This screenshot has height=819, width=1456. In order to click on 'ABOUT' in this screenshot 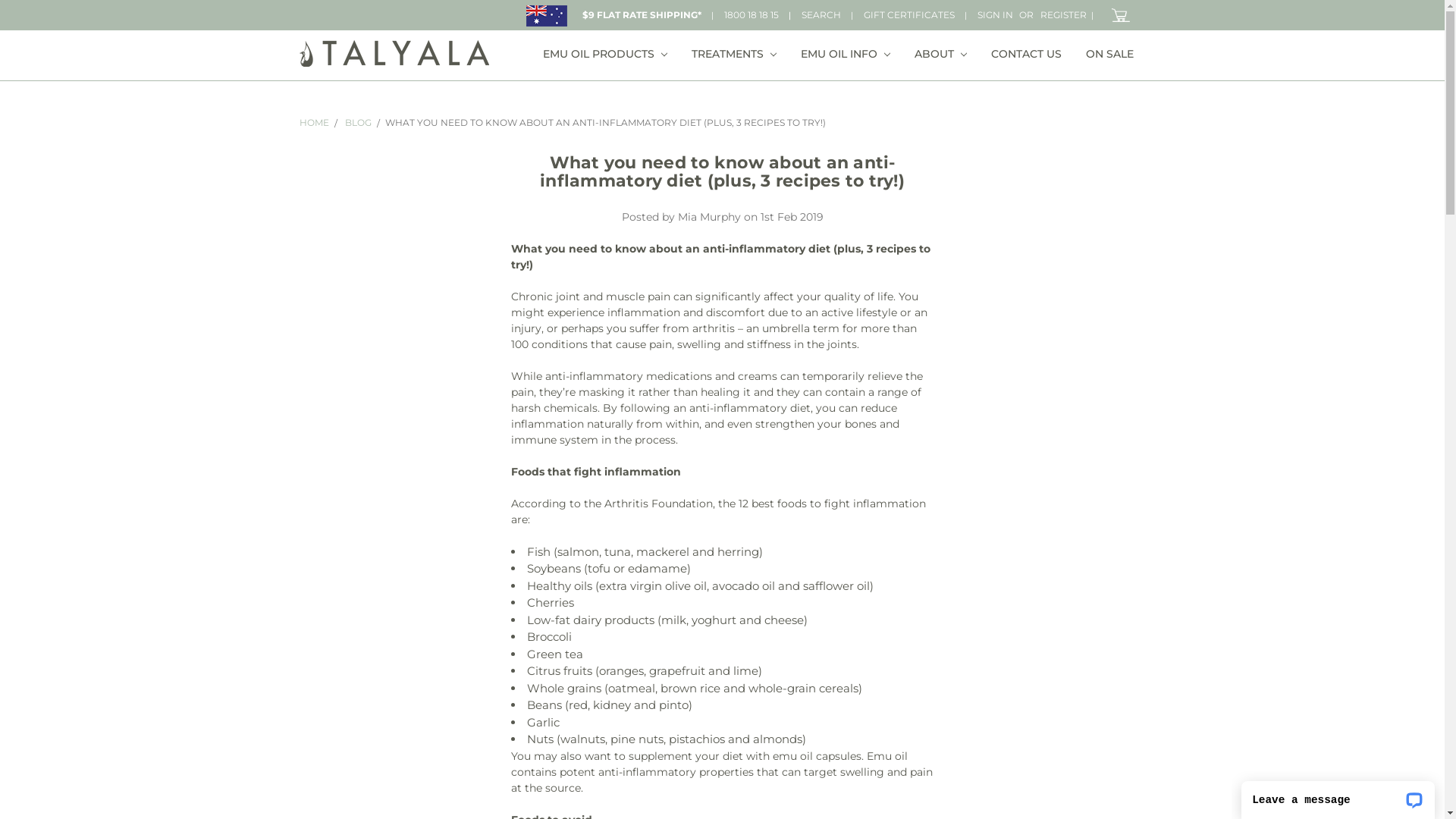, I will do `click(902, 55)`.